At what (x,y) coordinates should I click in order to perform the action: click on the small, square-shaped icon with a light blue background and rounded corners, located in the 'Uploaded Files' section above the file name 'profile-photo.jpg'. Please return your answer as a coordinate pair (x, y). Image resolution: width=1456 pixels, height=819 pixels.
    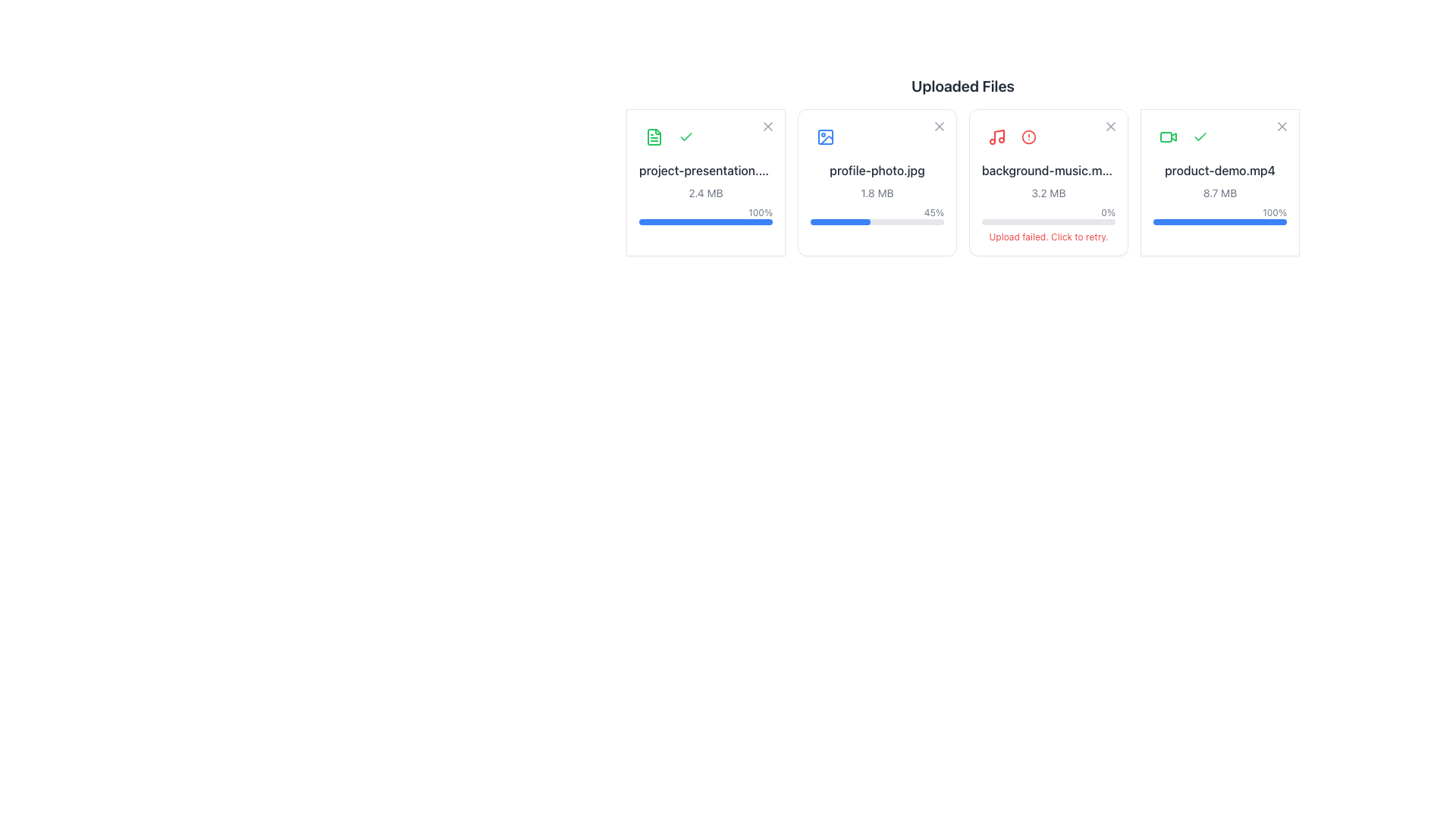
    Looking at the image, I should click on (825, 137).